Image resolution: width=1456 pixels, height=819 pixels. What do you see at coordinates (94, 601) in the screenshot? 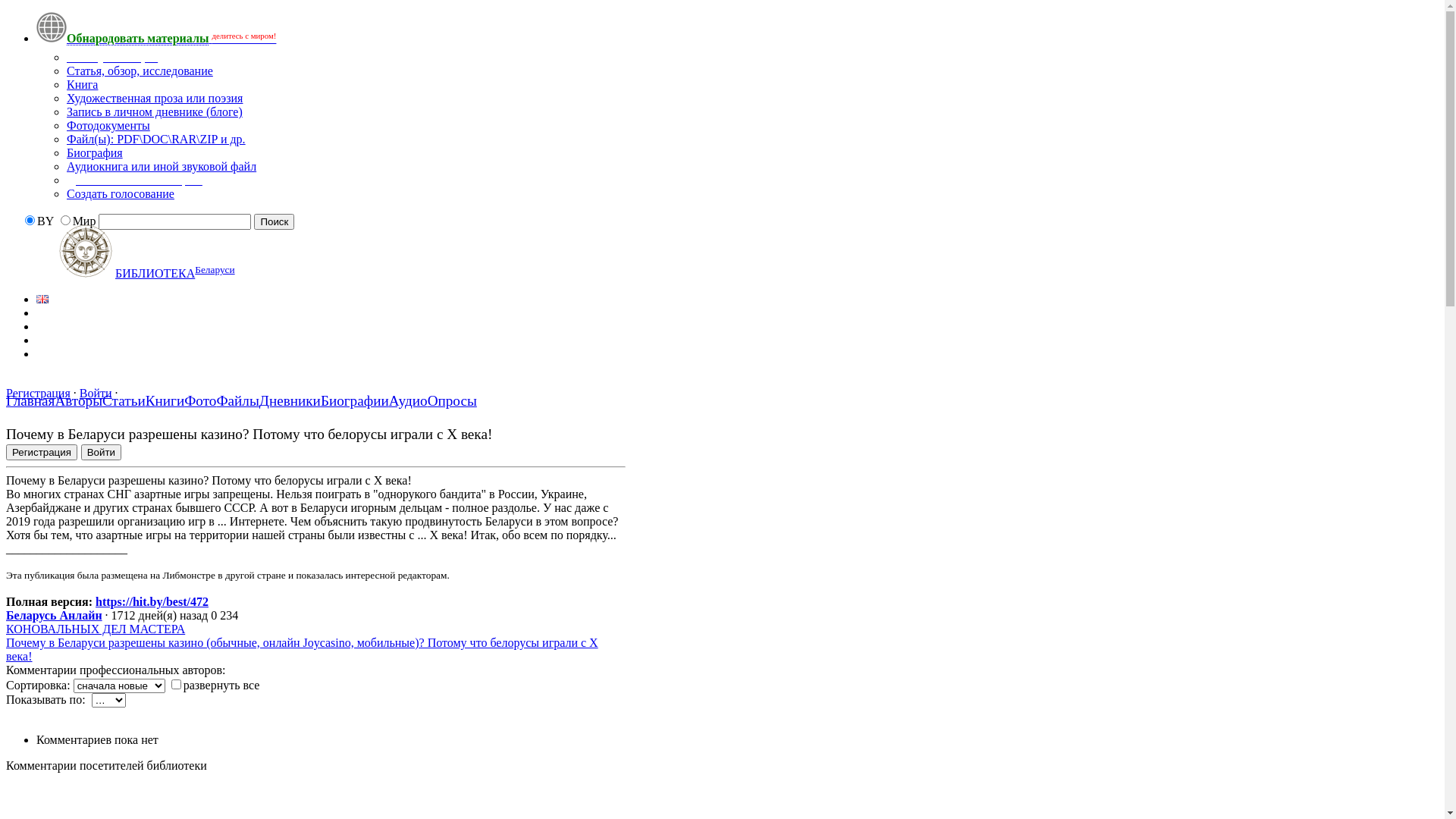
I see `'https://hit.by/best/472'` at bounding box center [94, 601].